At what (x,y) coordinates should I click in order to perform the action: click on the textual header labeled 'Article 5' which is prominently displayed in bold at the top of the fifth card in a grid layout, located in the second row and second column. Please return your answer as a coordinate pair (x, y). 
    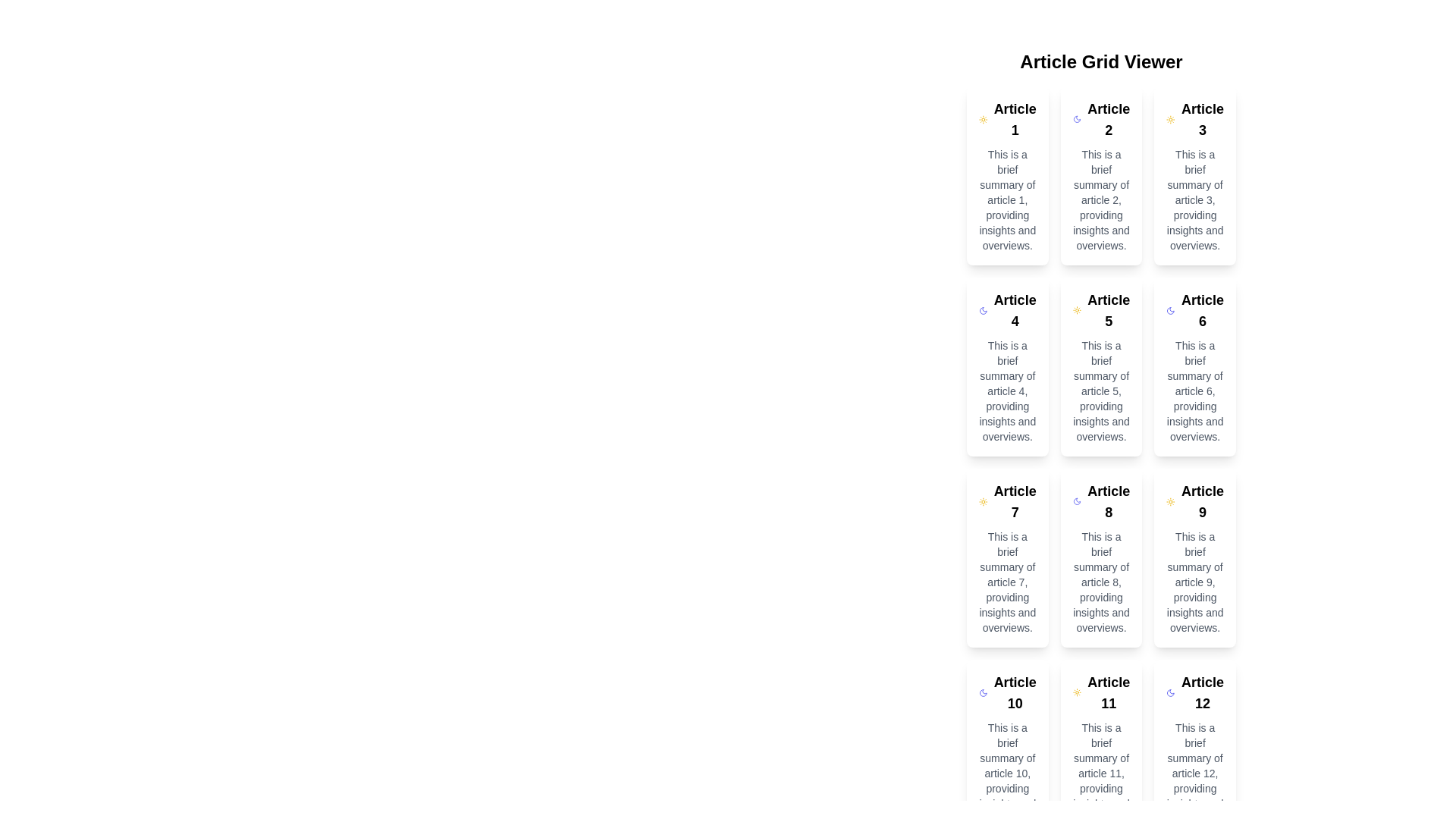
    Looking at the image, I should click on (1109, 309).